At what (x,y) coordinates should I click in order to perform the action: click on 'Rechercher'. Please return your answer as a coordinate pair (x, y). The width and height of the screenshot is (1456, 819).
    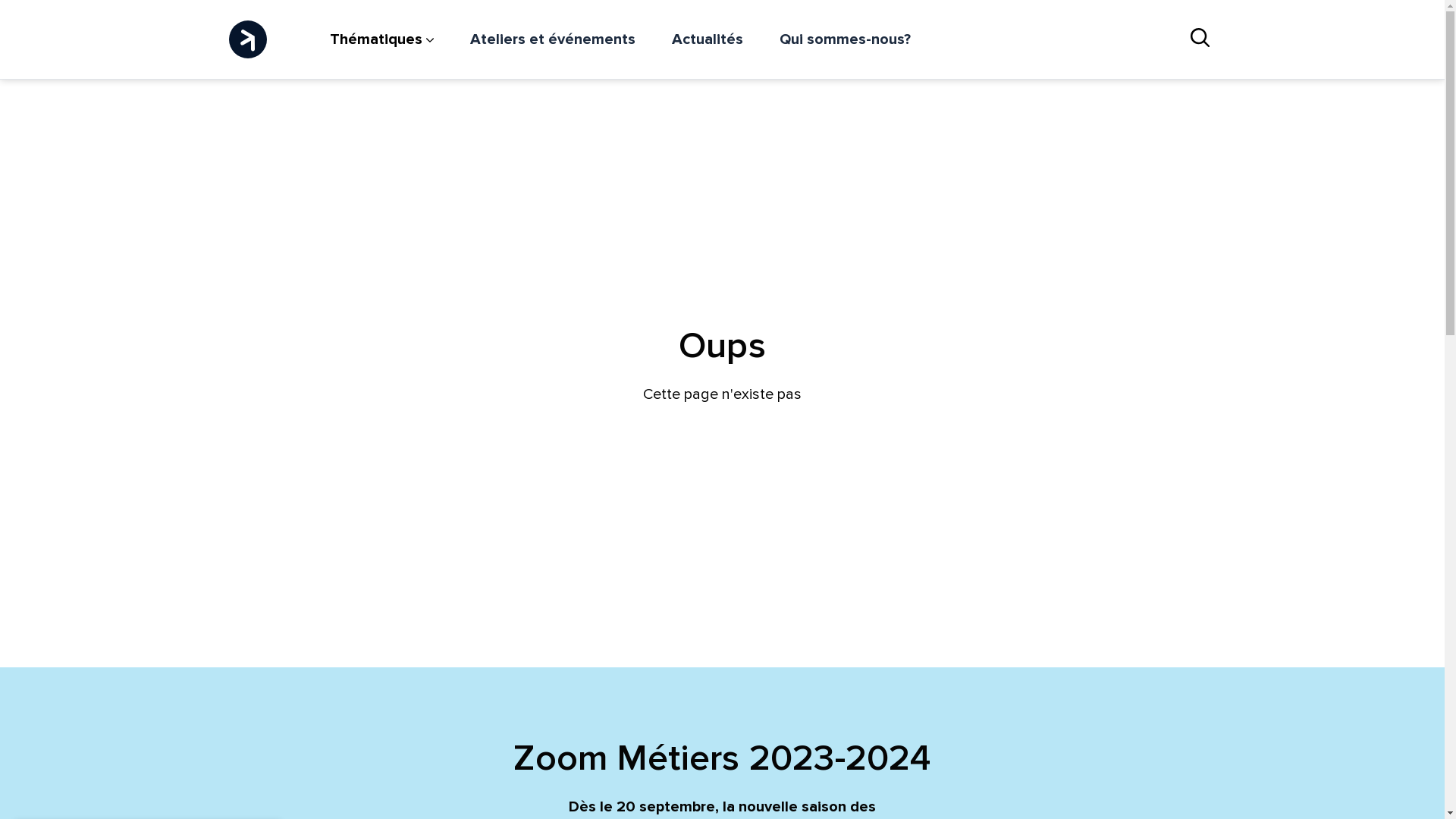
    Looking at the image, I should click on (1199, 38).